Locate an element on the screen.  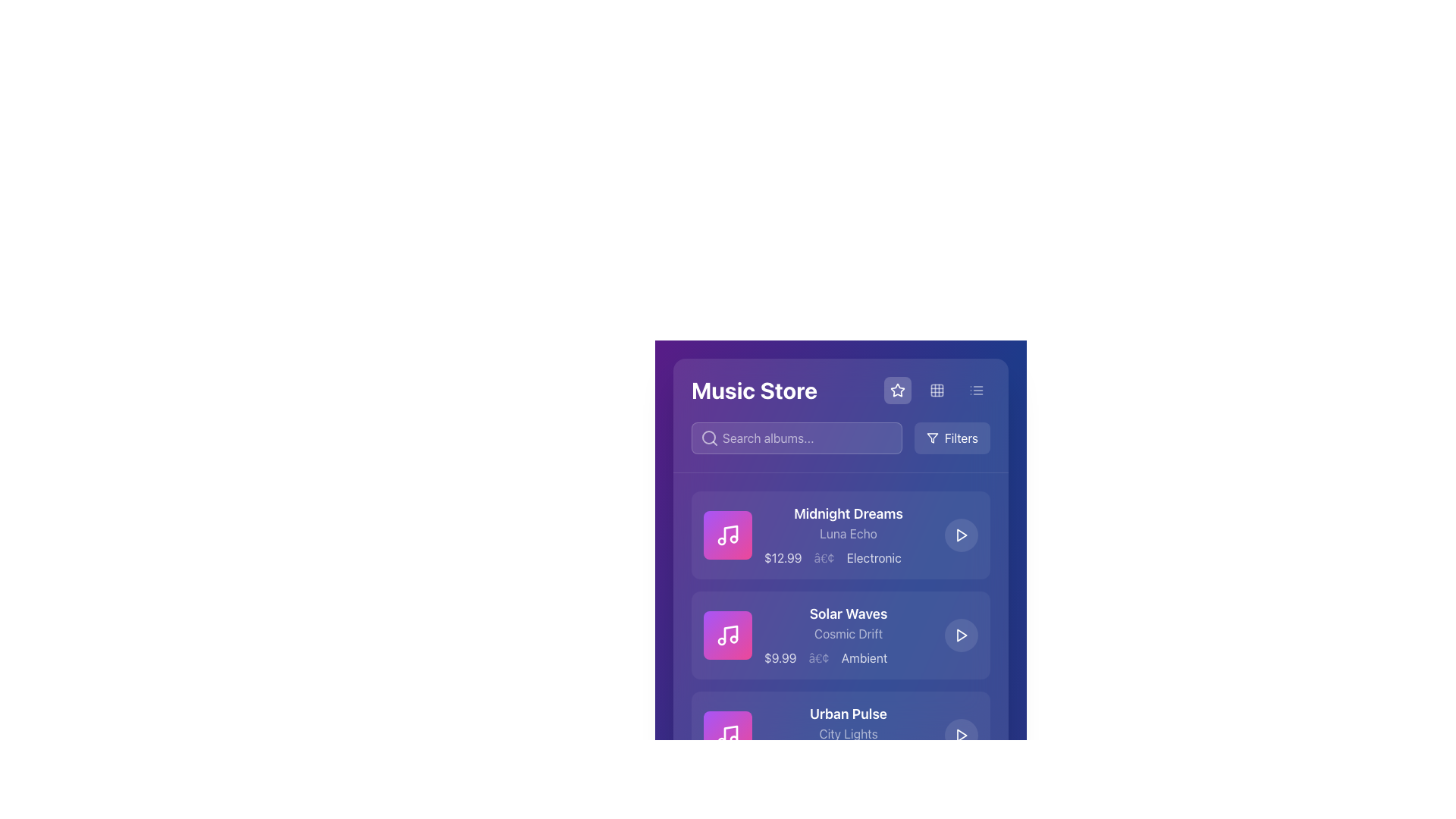
the list item displaying 'Urban Pulse' is located at coordinates (839, 734).